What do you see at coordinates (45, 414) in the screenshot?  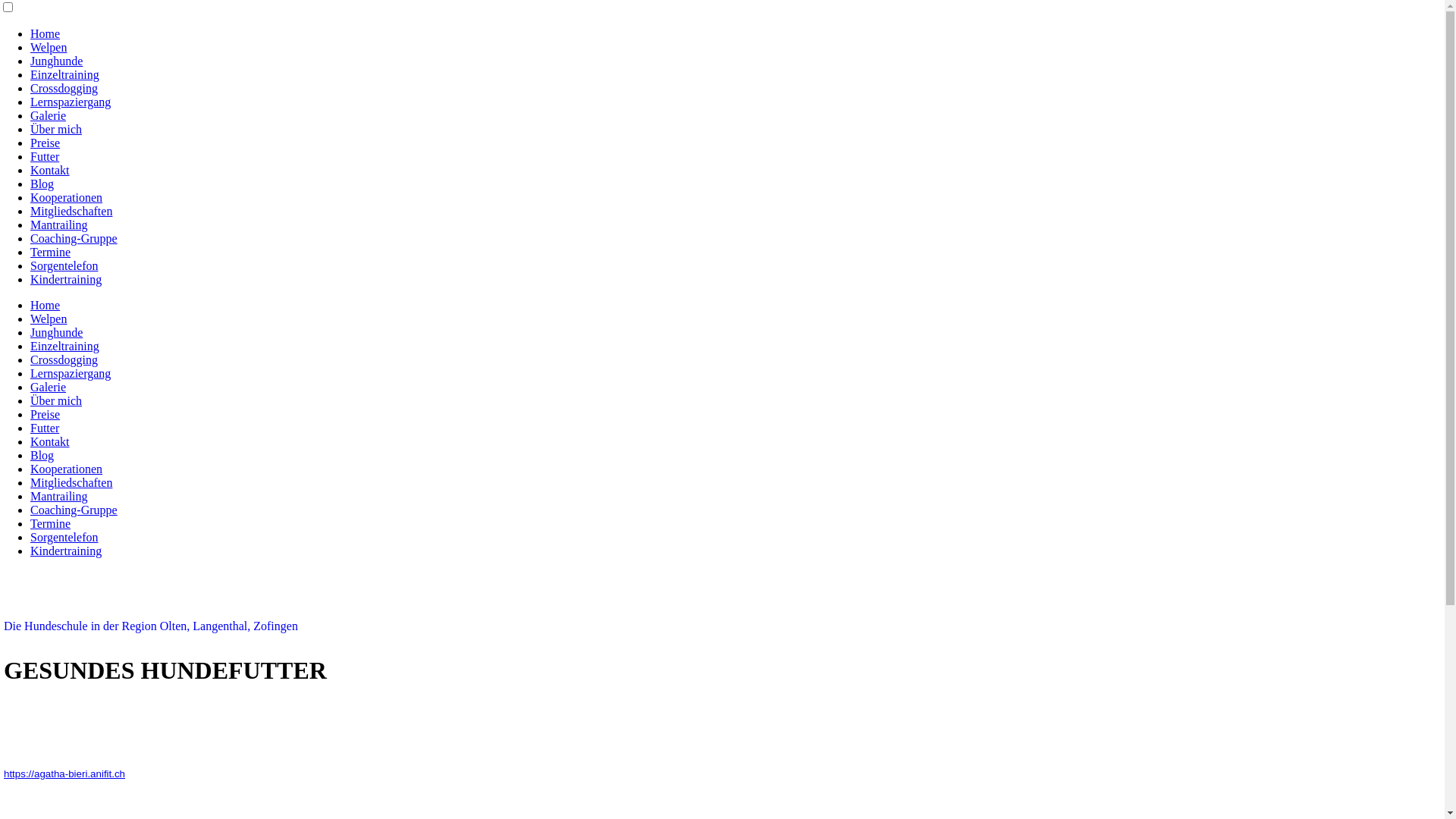 I see `'Preise'` at bounding box center [45, 414].